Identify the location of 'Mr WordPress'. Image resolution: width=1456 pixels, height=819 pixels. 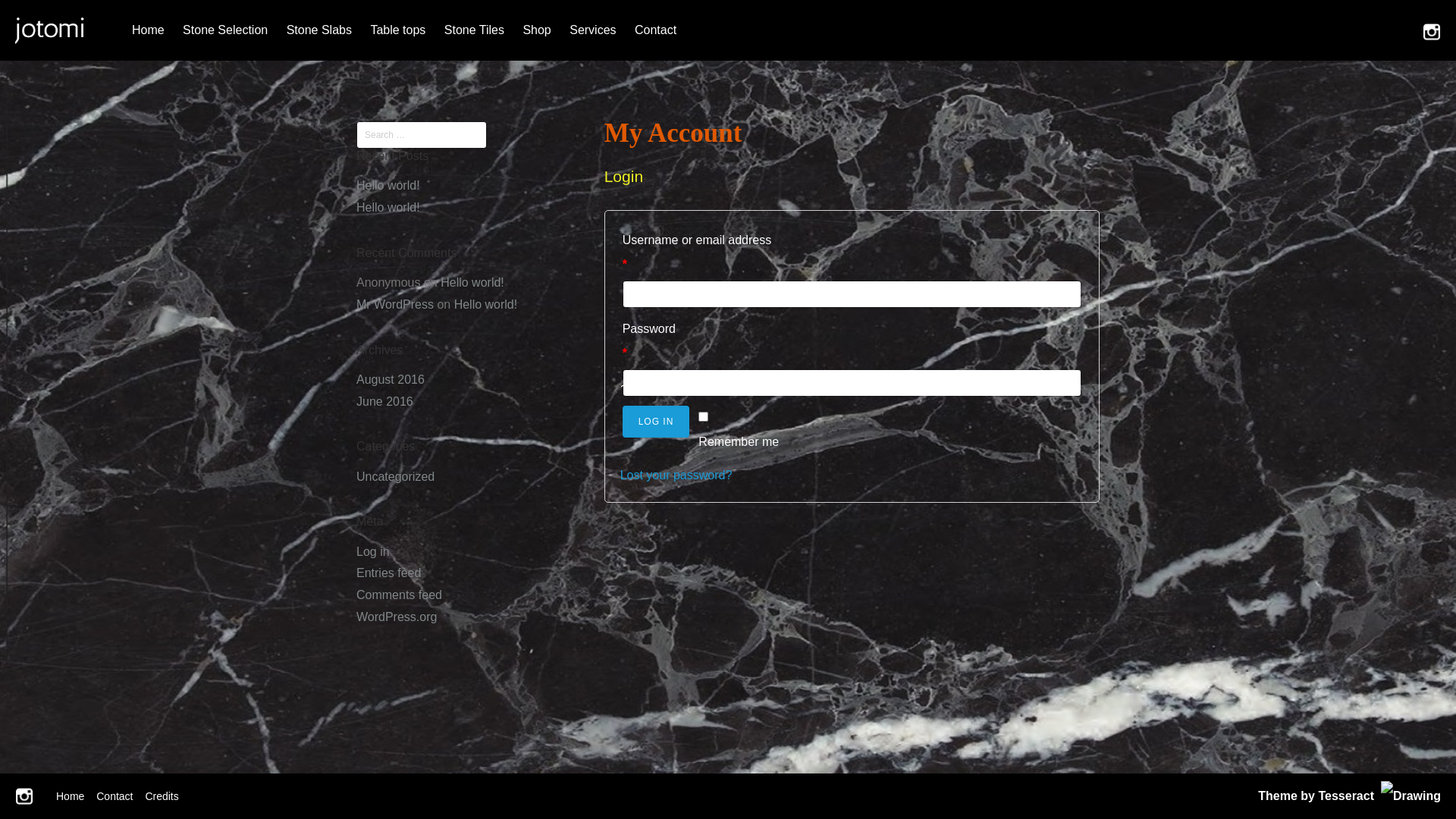
(395, 304).